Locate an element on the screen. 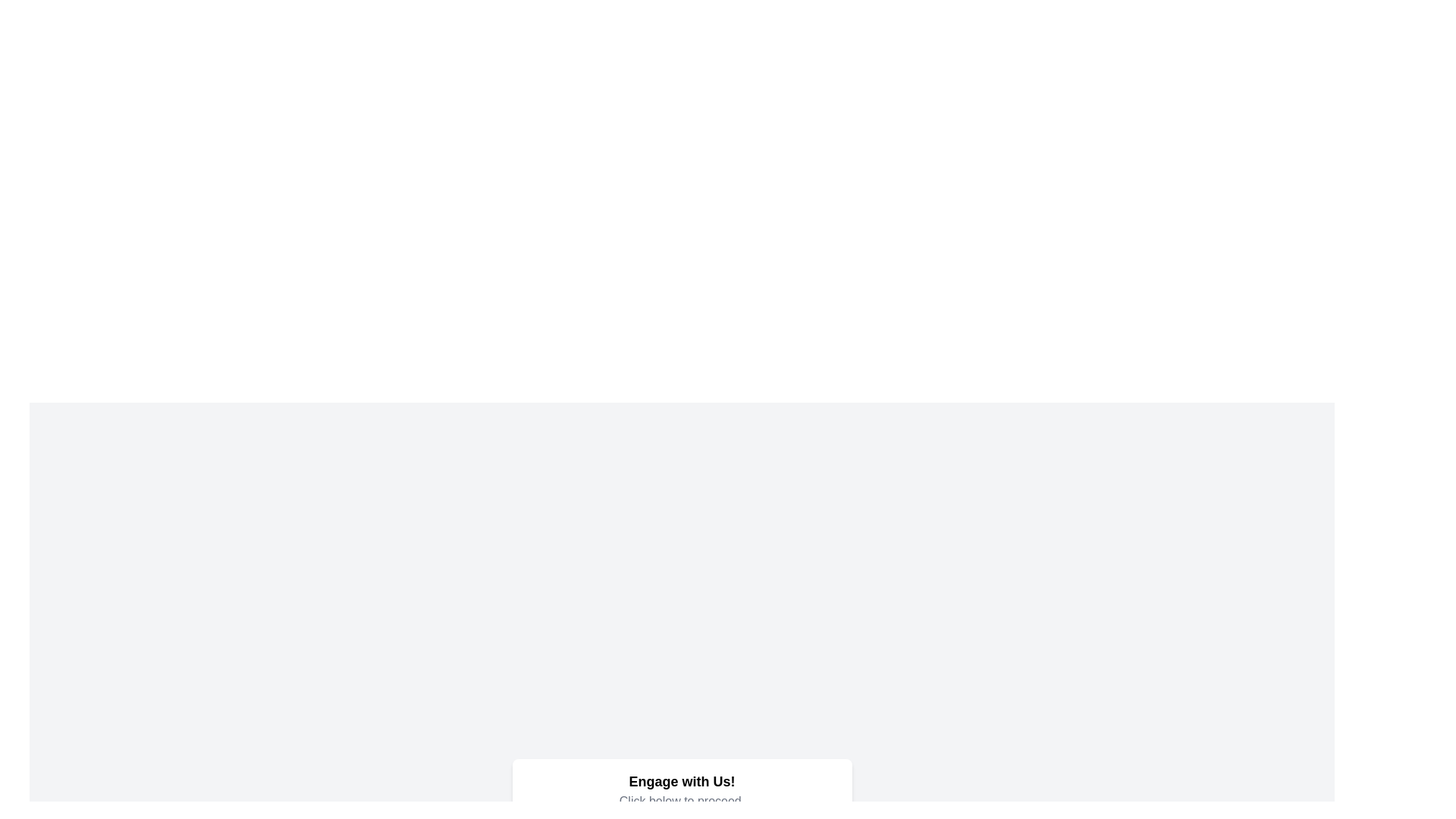 The width and height of the screenshot is (1456, 819). the static text label that provides instructional guidance, located below 'Engage with Us!' and above the 'Begin' button is located at coordinates (681, 800).